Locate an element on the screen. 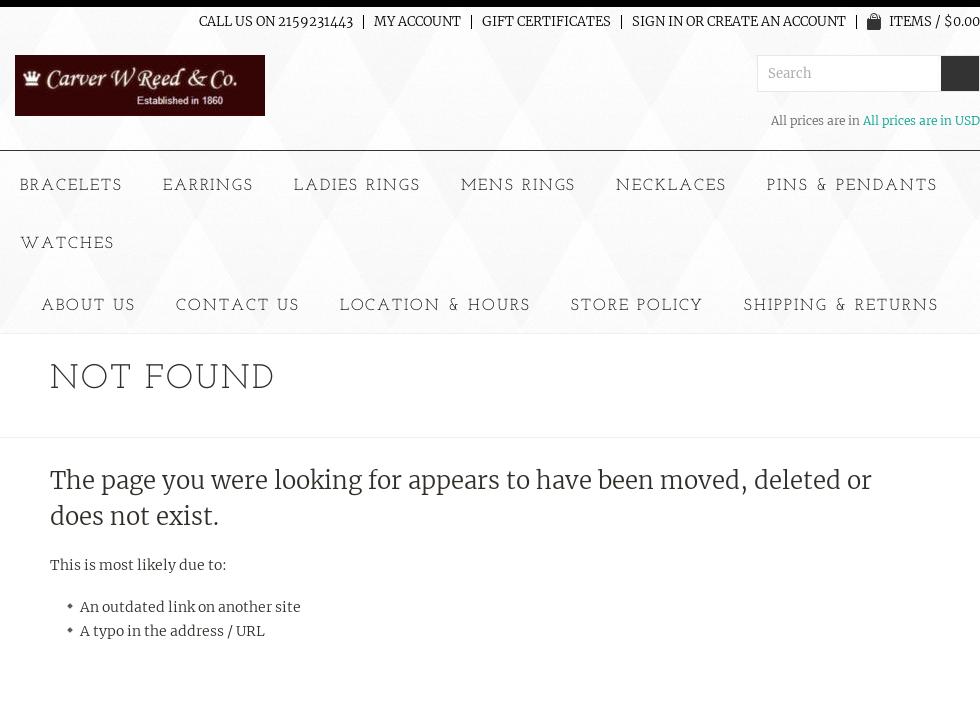 The image size is (980, 708). 'USD' is located at coordinates (967, 119).